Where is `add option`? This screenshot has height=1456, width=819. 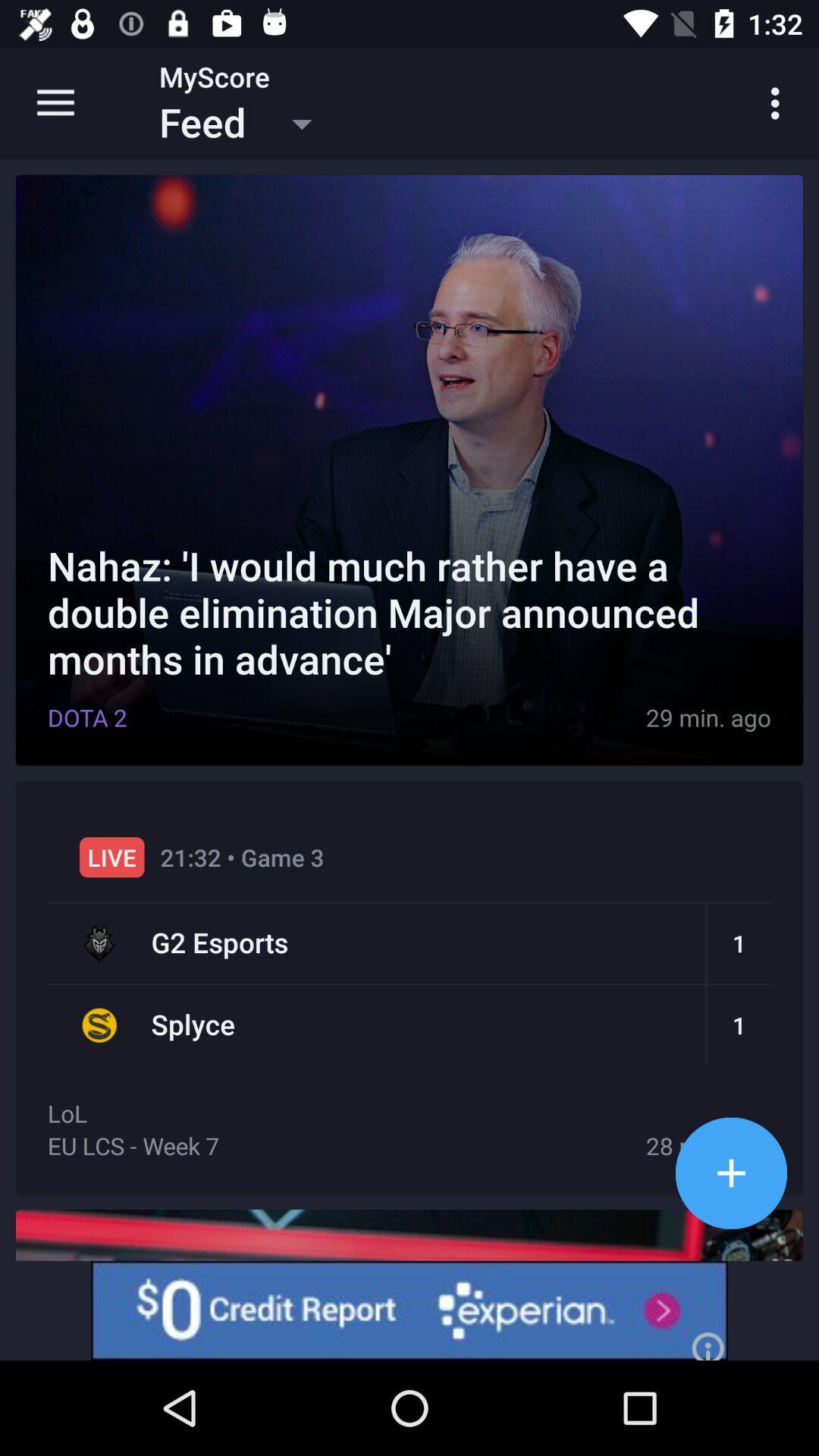 add option is located at coordinates (730, 1172).